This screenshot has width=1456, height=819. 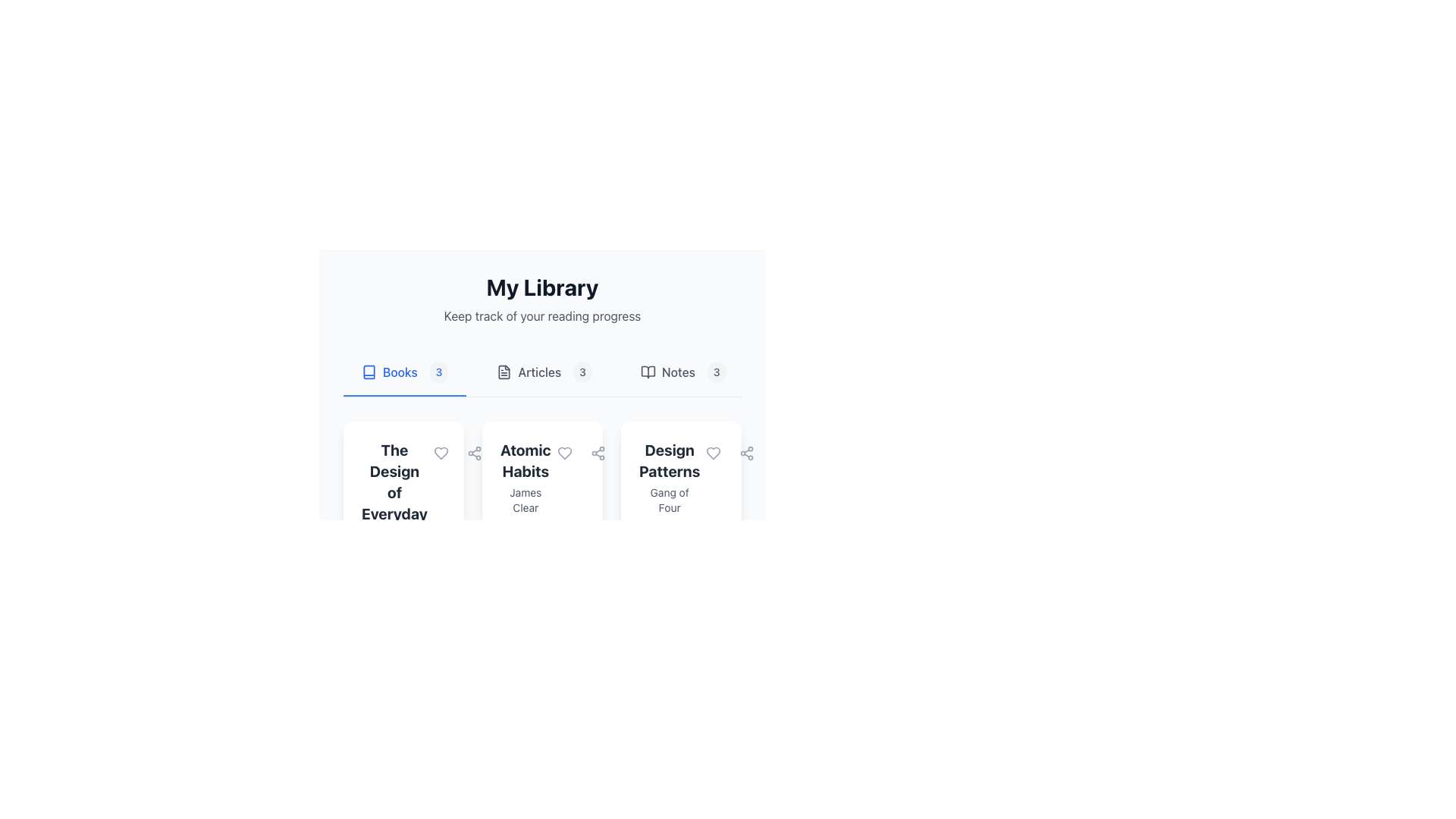 I want to click on the small share icon, characterized by three connected circles forming a triangular shape, located in the top-right corner of the third card section under the 'Design Patterns' book, so click(x=747, y=452).